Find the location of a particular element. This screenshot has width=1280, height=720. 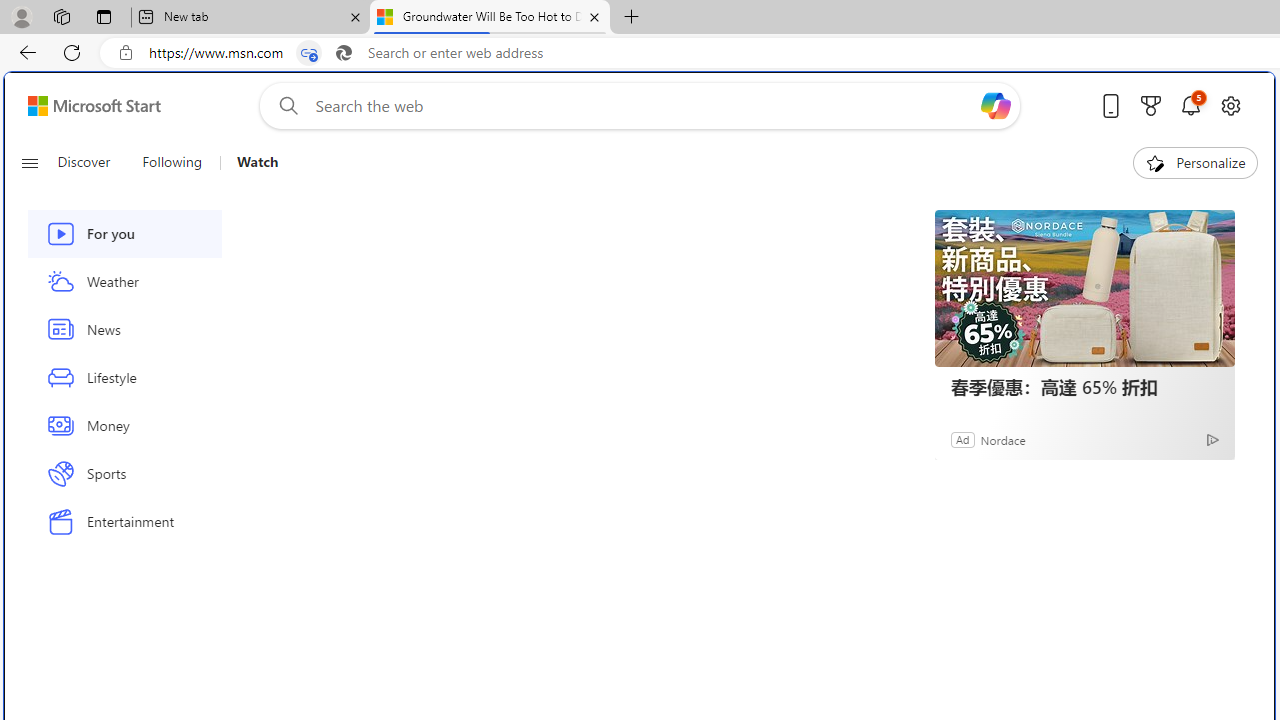

'Microsoft Start' is located at coordinates (93, 105).